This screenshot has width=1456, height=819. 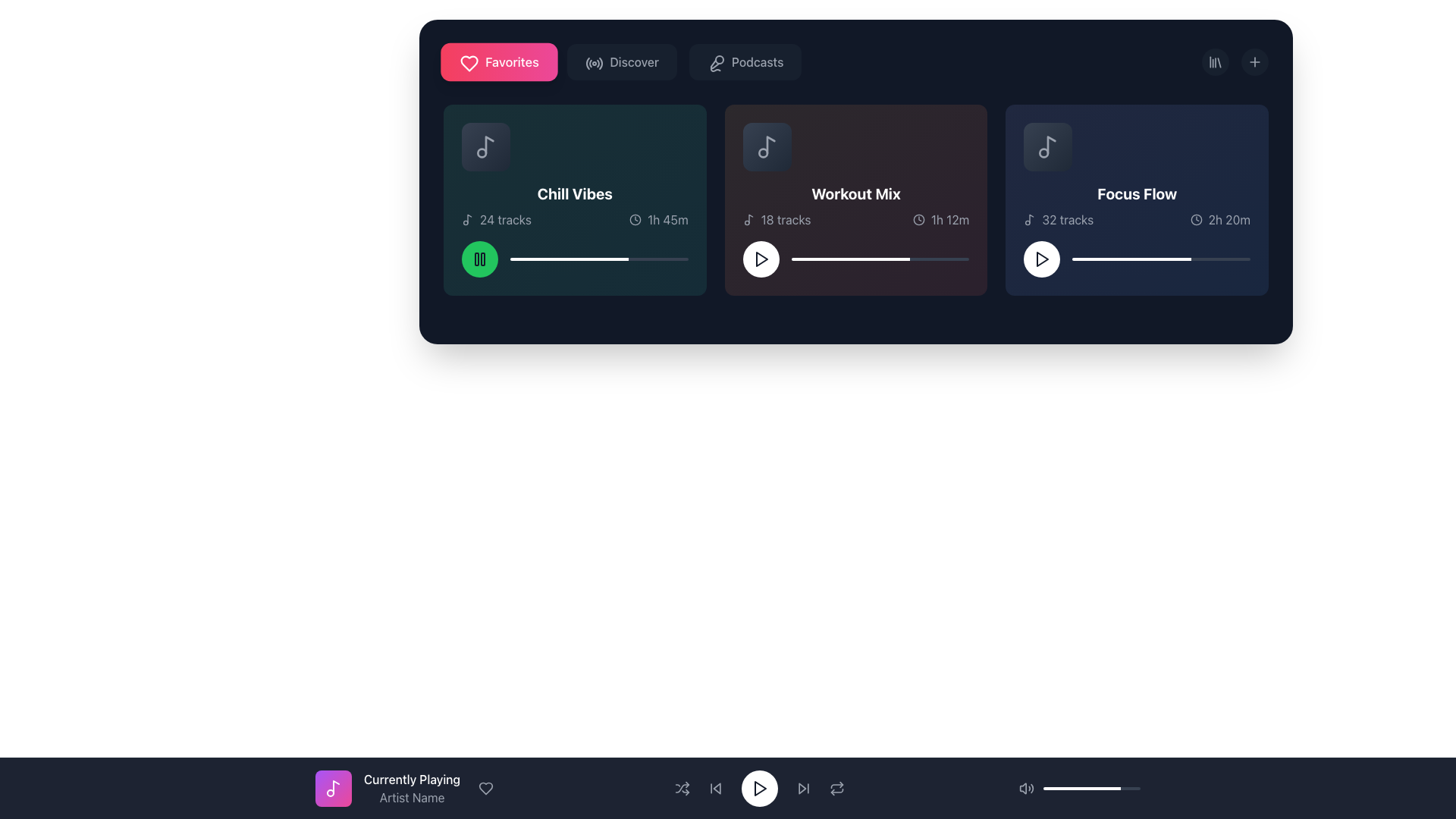 I want to click on the button located at the top-right corner of the interface, which serves as an action trigger for adding new items or creating content, so click(x=1255, y=61).